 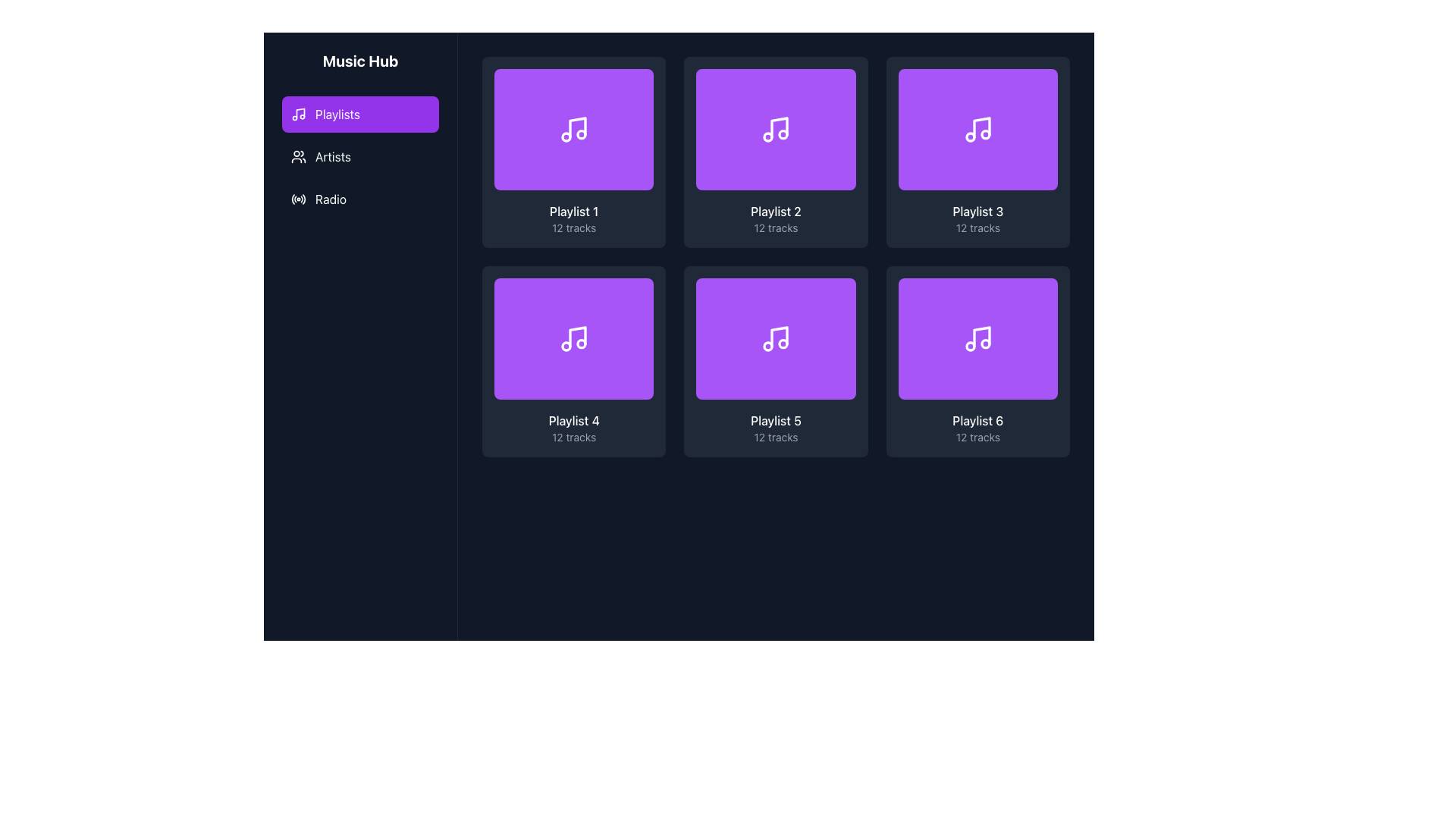 What do you see at coordinates (768, 346) in the screenshot?
I see `the circular vector graphic component located near the bottom-left of the music note icon in the 'Playlist 5' card` at bounding box center [768, 346].